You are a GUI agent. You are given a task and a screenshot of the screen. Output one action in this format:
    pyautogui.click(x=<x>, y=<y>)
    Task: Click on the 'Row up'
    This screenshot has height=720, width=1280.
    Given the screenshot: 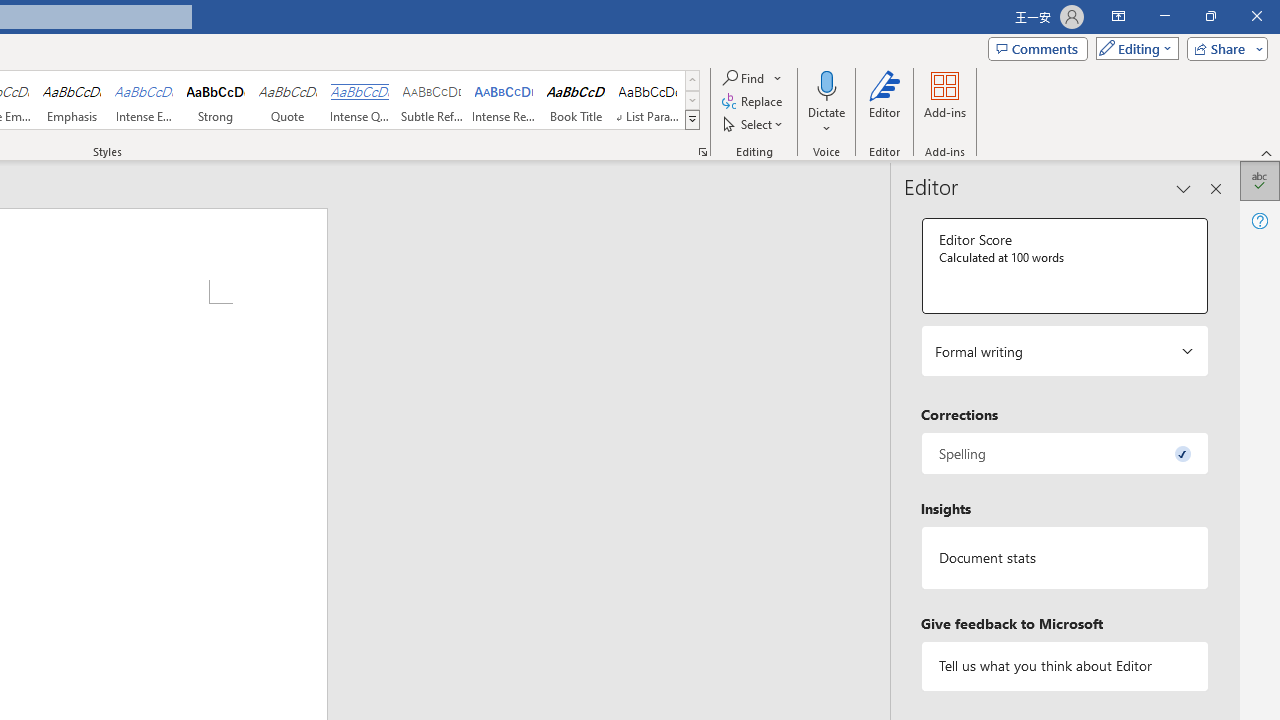 What is the action you would take?
    pyautogui.click(x=692, y=79)
    